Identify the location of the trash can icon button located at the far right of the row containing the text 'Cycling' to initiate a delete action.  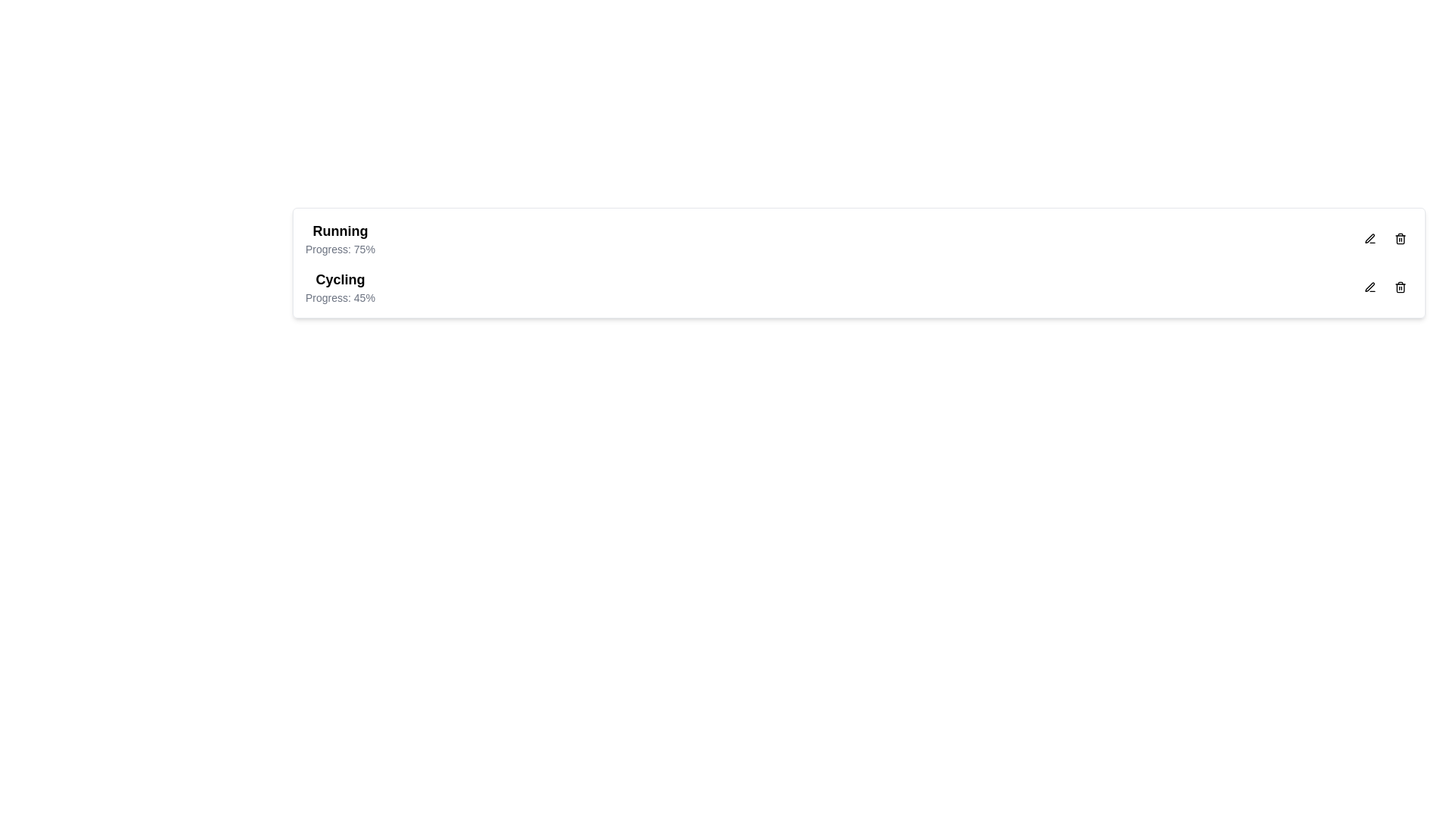
(1400, 287).